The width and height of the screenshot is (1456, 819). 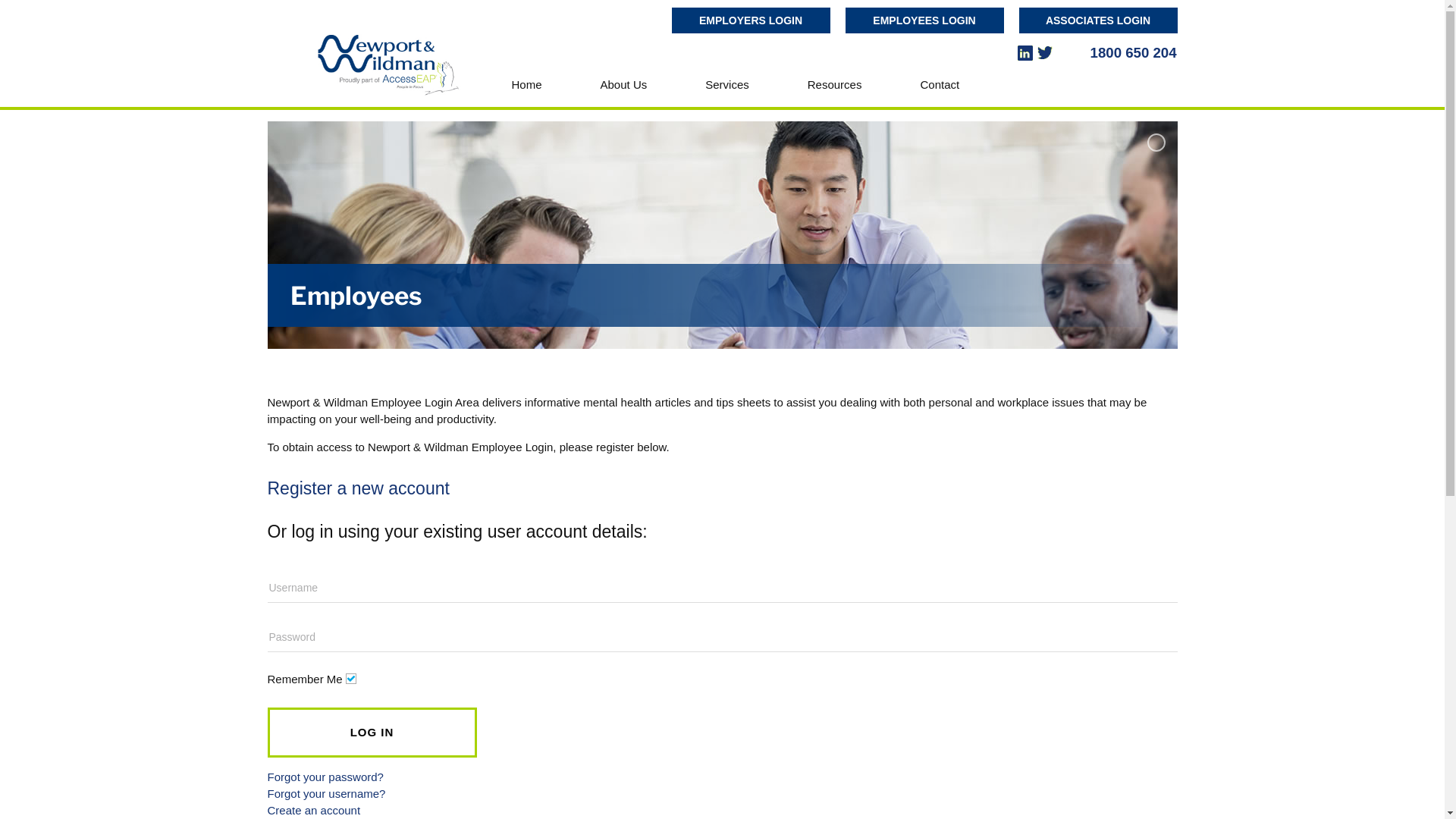 What do you see at coordinates (1133, 52) in the screenshot?
I see `'1800 650 204'` at bounding box center [1133, 52].